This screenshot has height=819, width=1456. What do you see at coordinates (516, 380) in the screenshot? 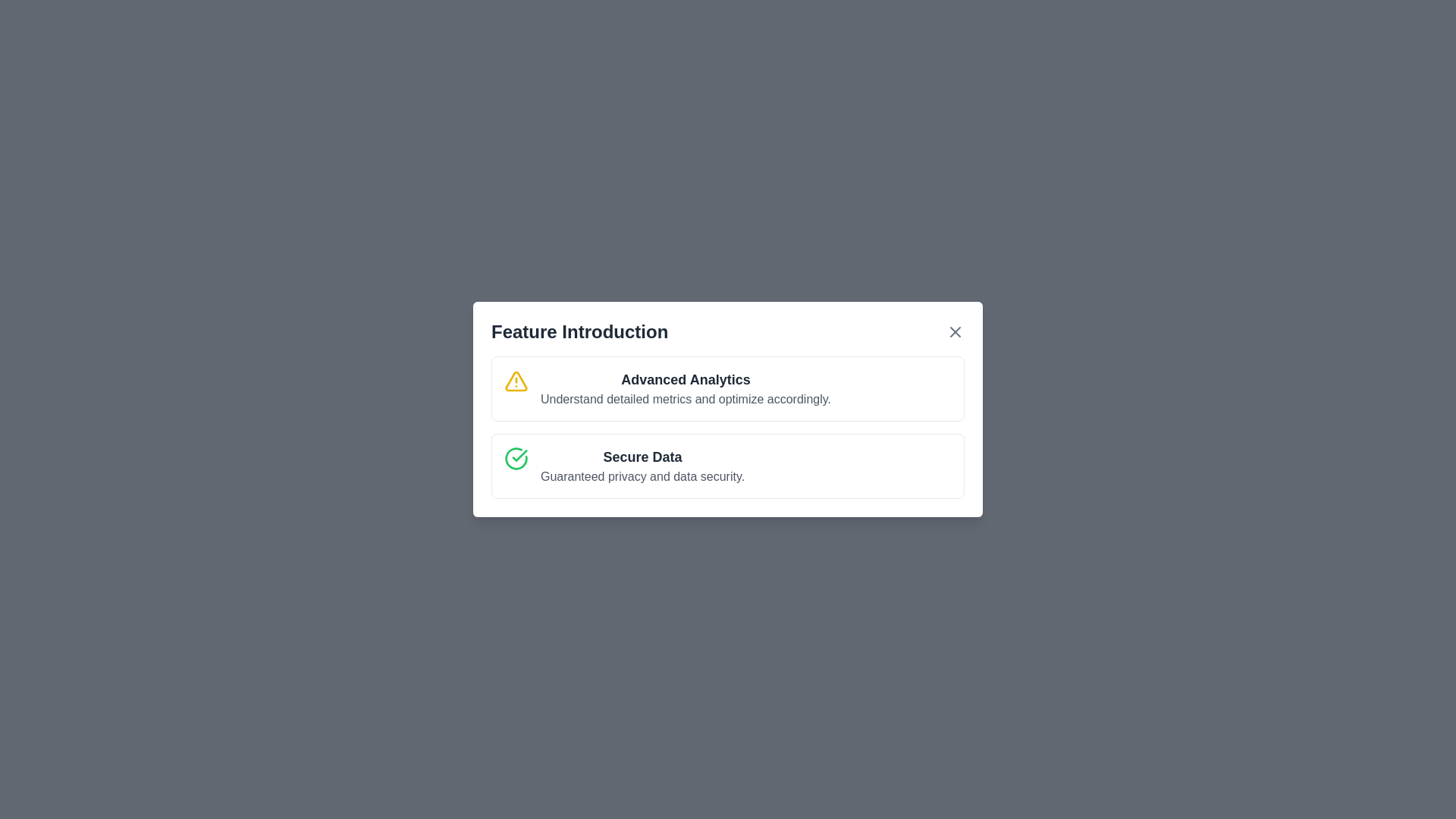
I see `the triangular warning icon with a yellow border and an exclamation mark in the center, located to the left of the 'Advanced Analytics' text` at bounding box center [516, 380].